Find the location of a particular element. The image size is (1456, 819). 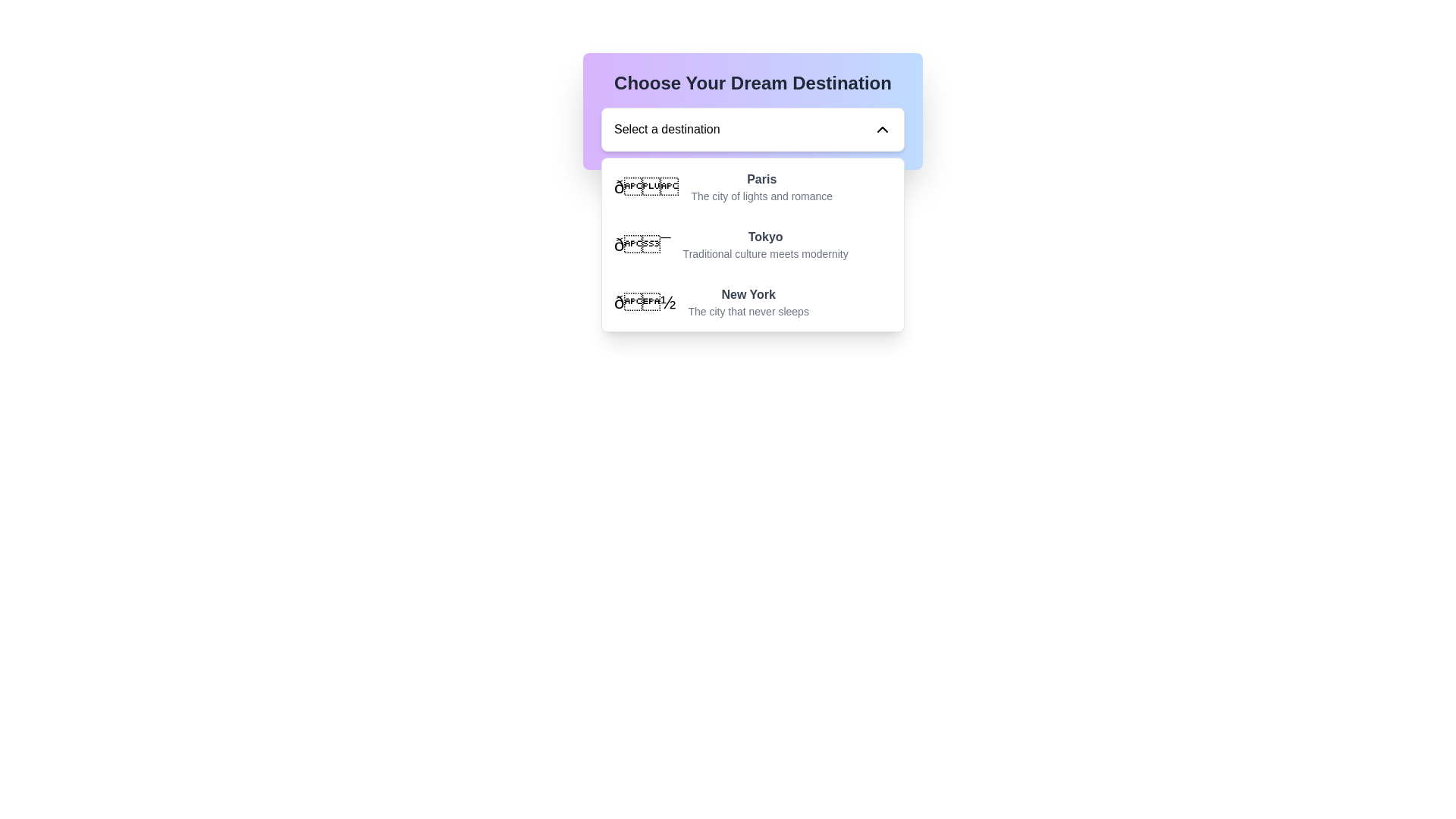

the icon representing the 'Tokyo' list item is located at coordinates (642, 244).